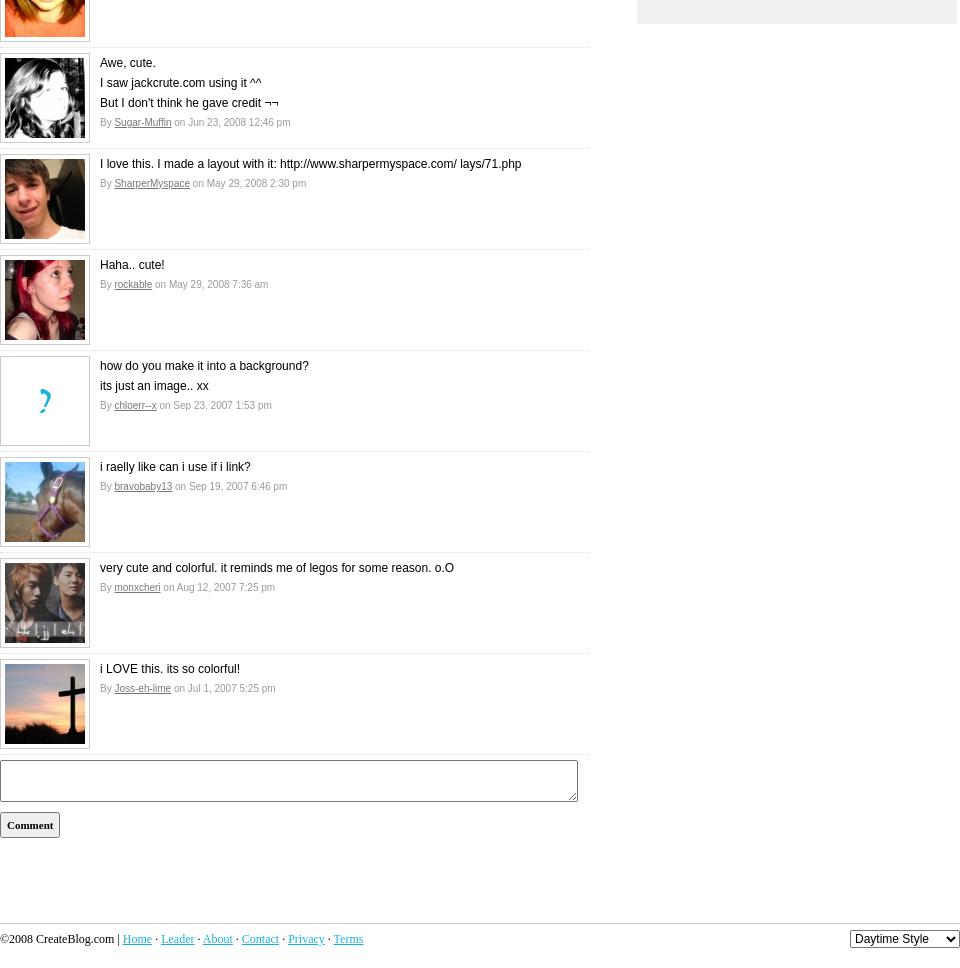 The image size is (960, 968). What do you see at coordinates (135, 587) in the screenshot?
I see `'monxcheri'` at bounding box center [135, 587].